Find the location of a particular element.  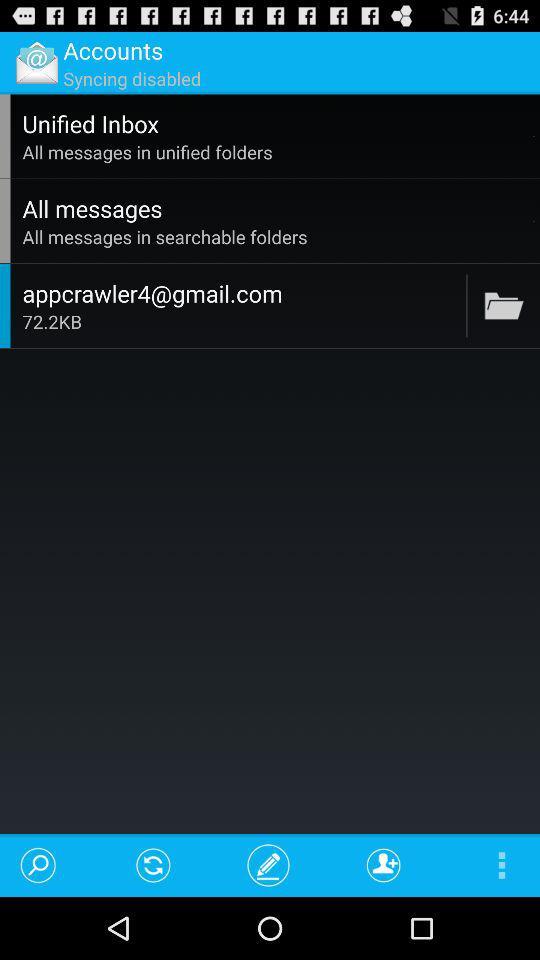

app below the 72.2kb icon is located at coordinates (383, 864).